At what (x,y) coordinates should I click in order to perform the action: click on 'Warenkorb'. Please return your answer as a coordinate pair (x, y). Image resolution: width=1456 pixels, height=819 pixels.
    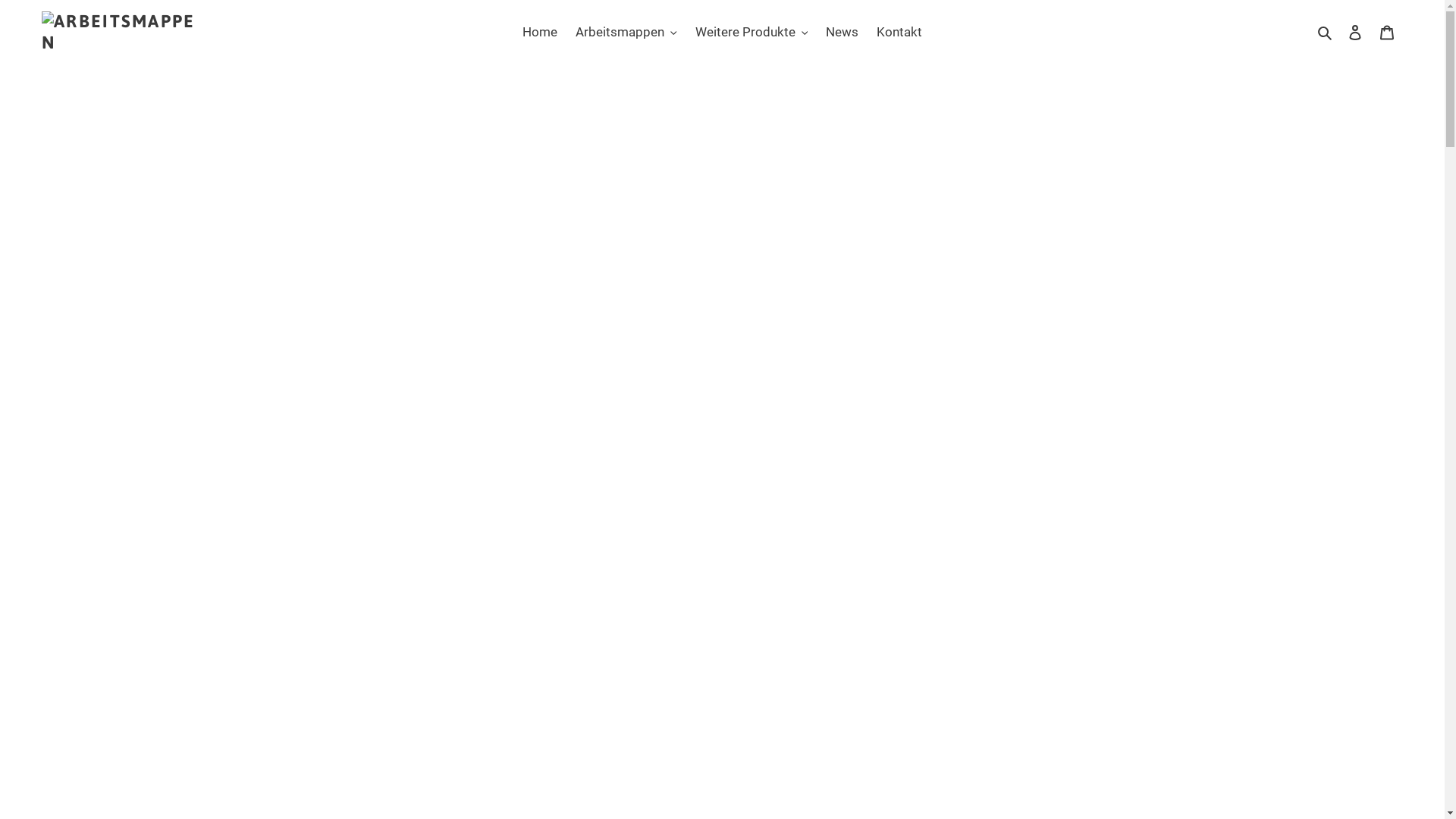
    Looking at the image, I should click on (1386, 32).